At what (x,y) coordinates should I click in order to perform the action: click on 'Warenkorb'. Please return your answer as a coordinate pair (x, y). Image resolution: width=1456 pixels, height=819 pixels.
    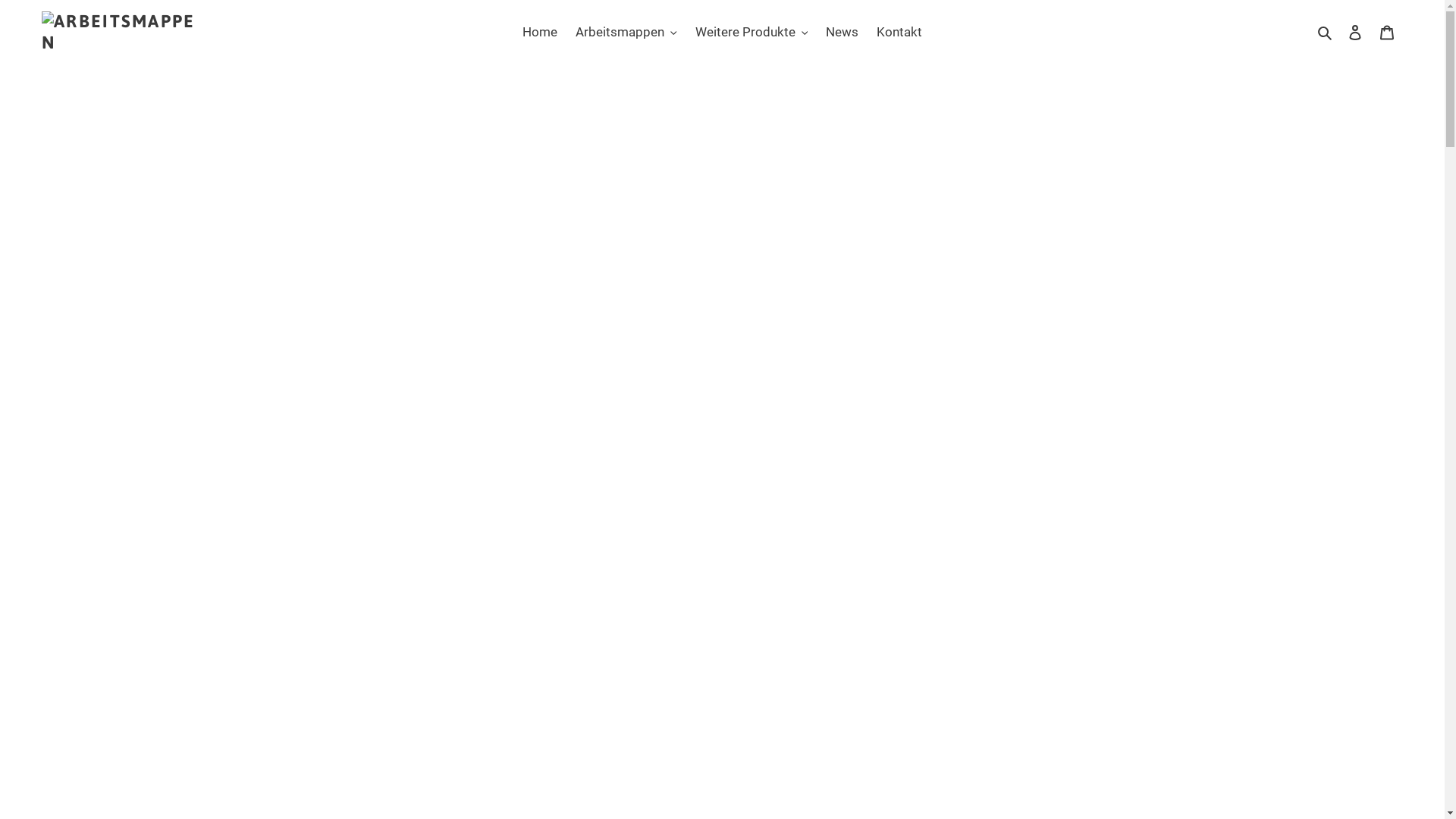
    Looking at the image, I should click on (1386, 32).